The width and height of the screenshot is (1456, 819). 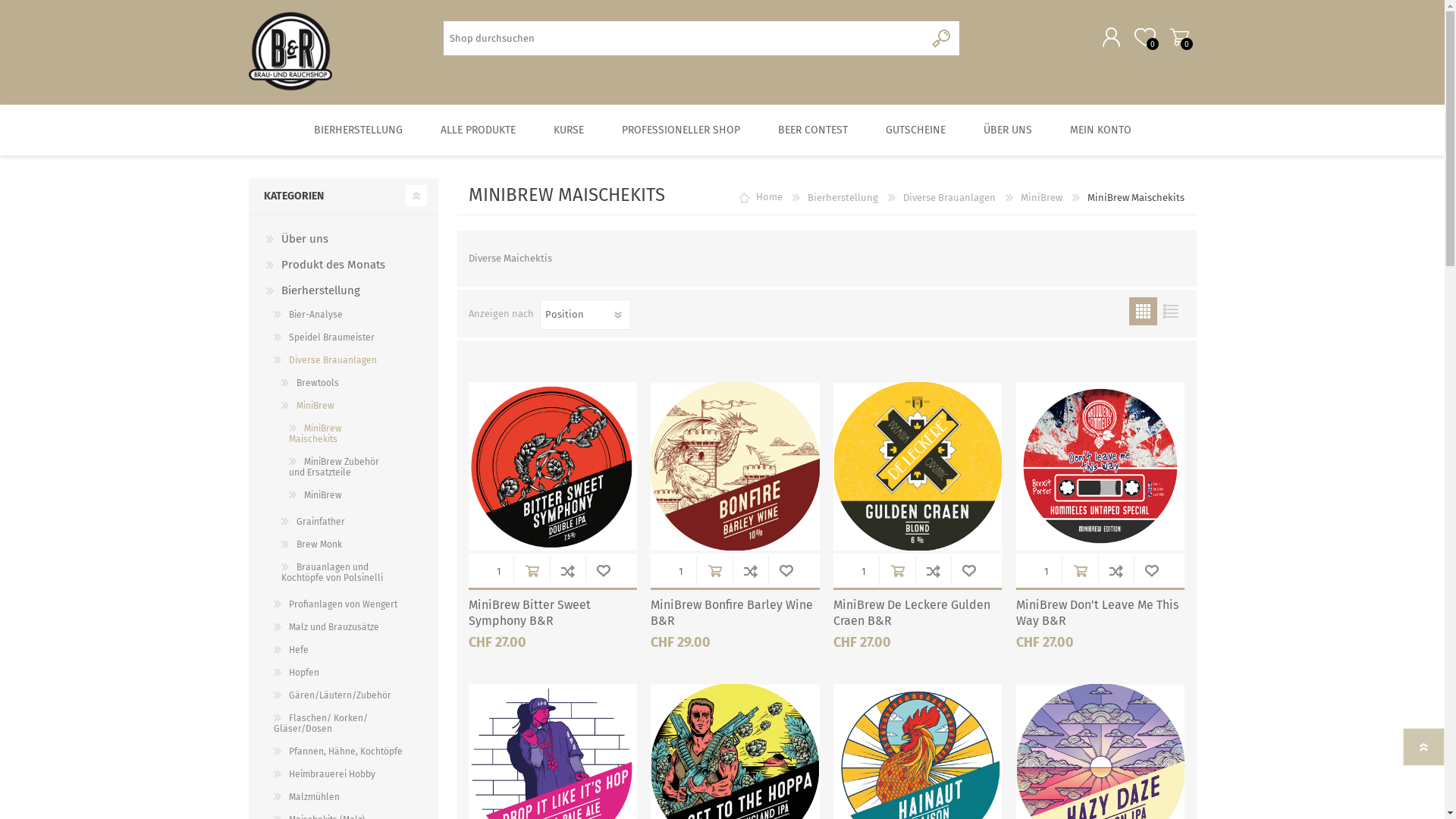 I want to click on 'WUNSCHLISTE', so click(x=786, y=570).